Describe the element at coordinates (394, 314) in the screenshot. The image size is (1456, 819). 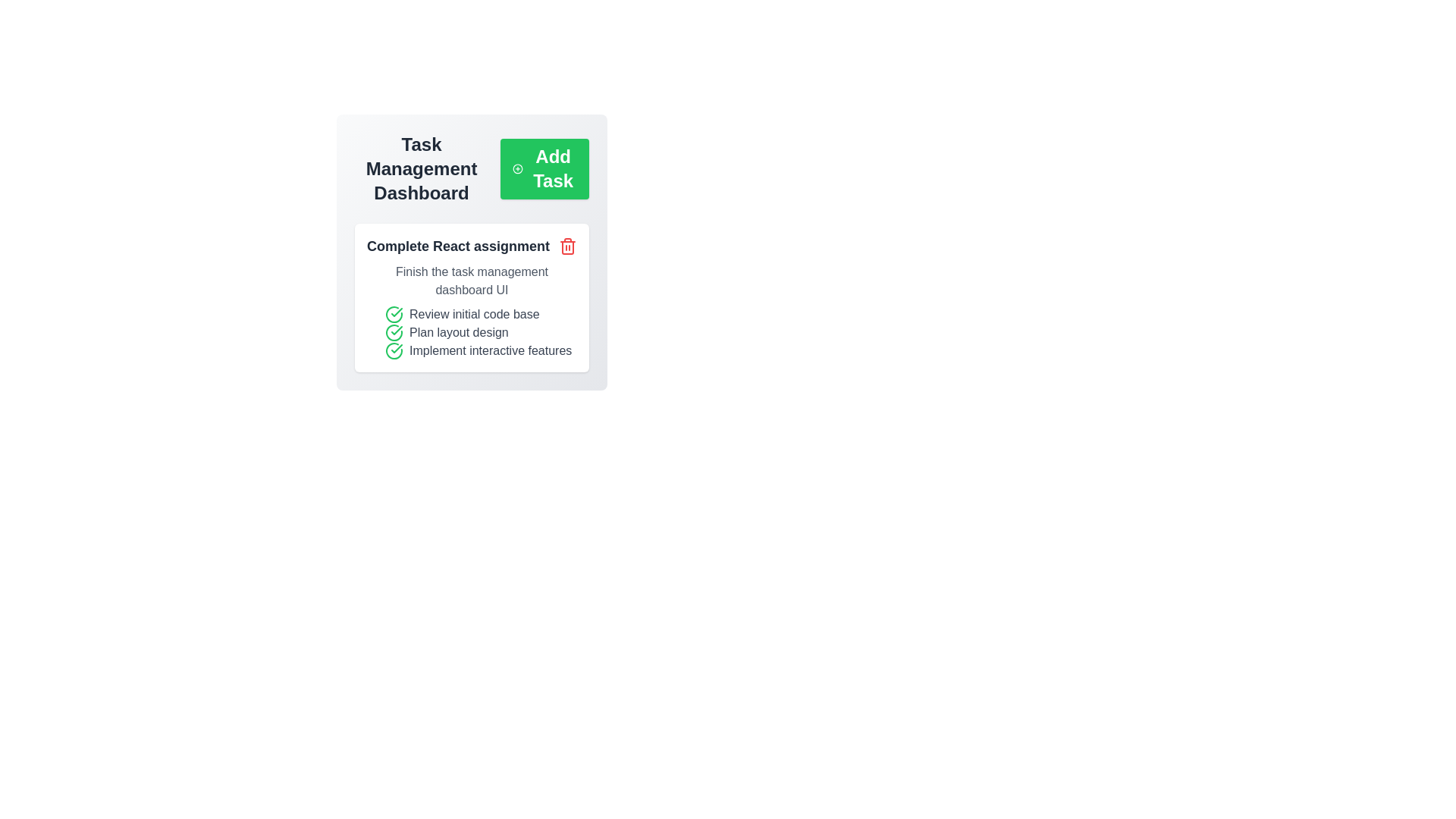
I see `the completion status icon for the task 'Review initial code base' located under 'Complete React assignment.'` at that location.